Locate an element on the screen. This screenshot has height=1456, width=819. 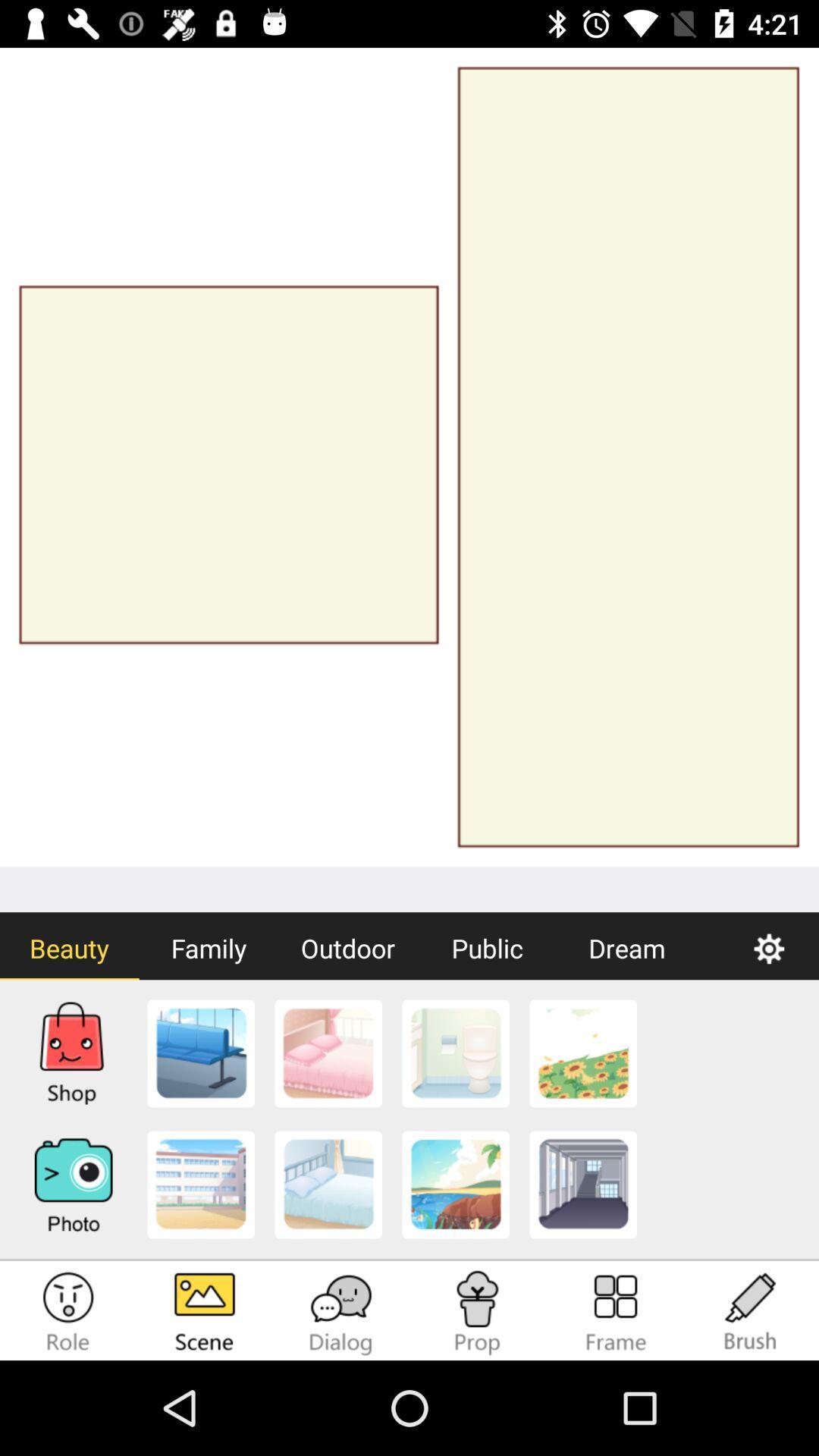
the wallpaper icon is located at coordinates (205, 1312).